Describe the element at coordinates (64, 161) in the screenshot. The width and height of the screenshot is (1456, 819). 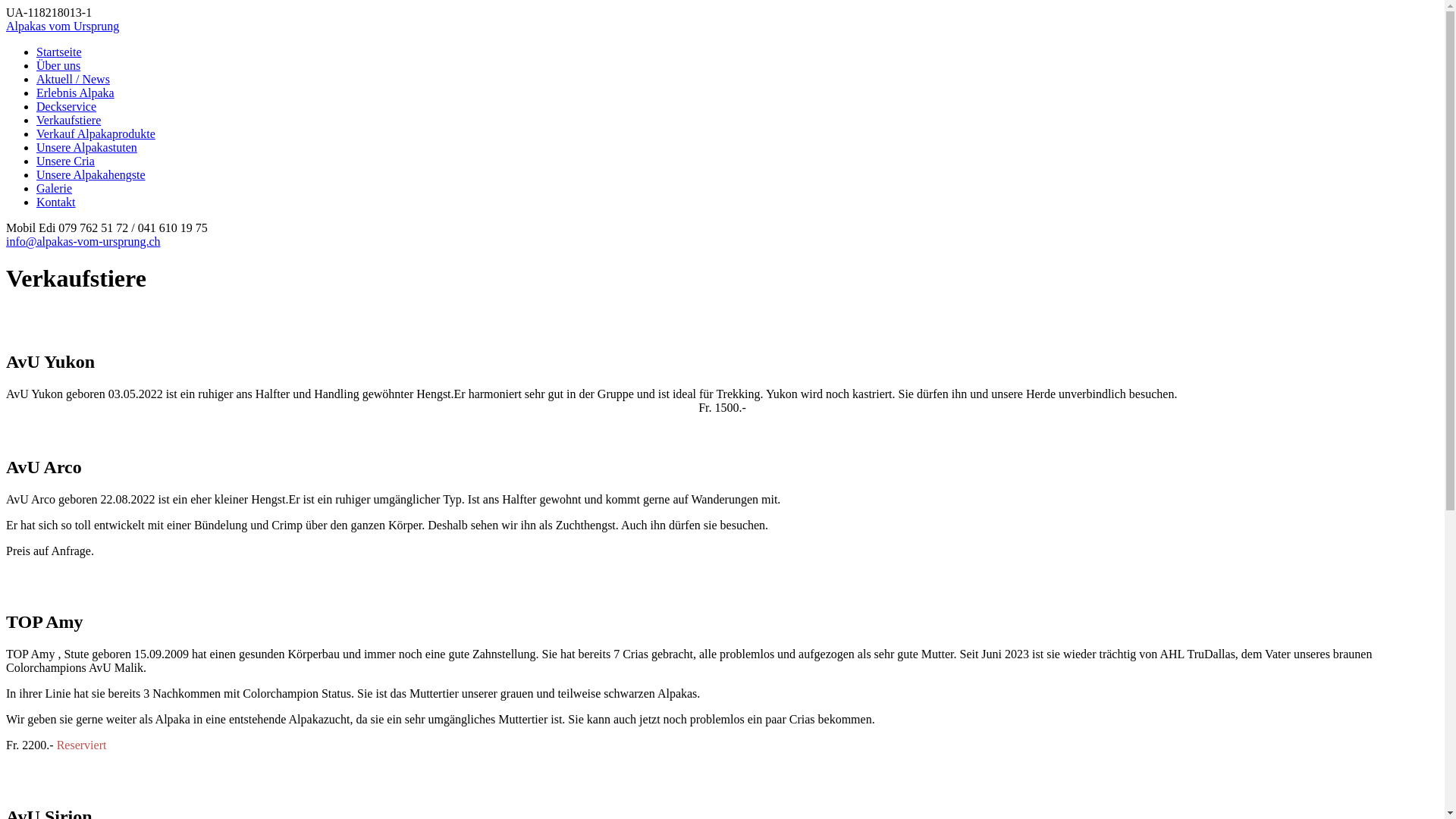
I see `'Unsere Cria'` at that location.